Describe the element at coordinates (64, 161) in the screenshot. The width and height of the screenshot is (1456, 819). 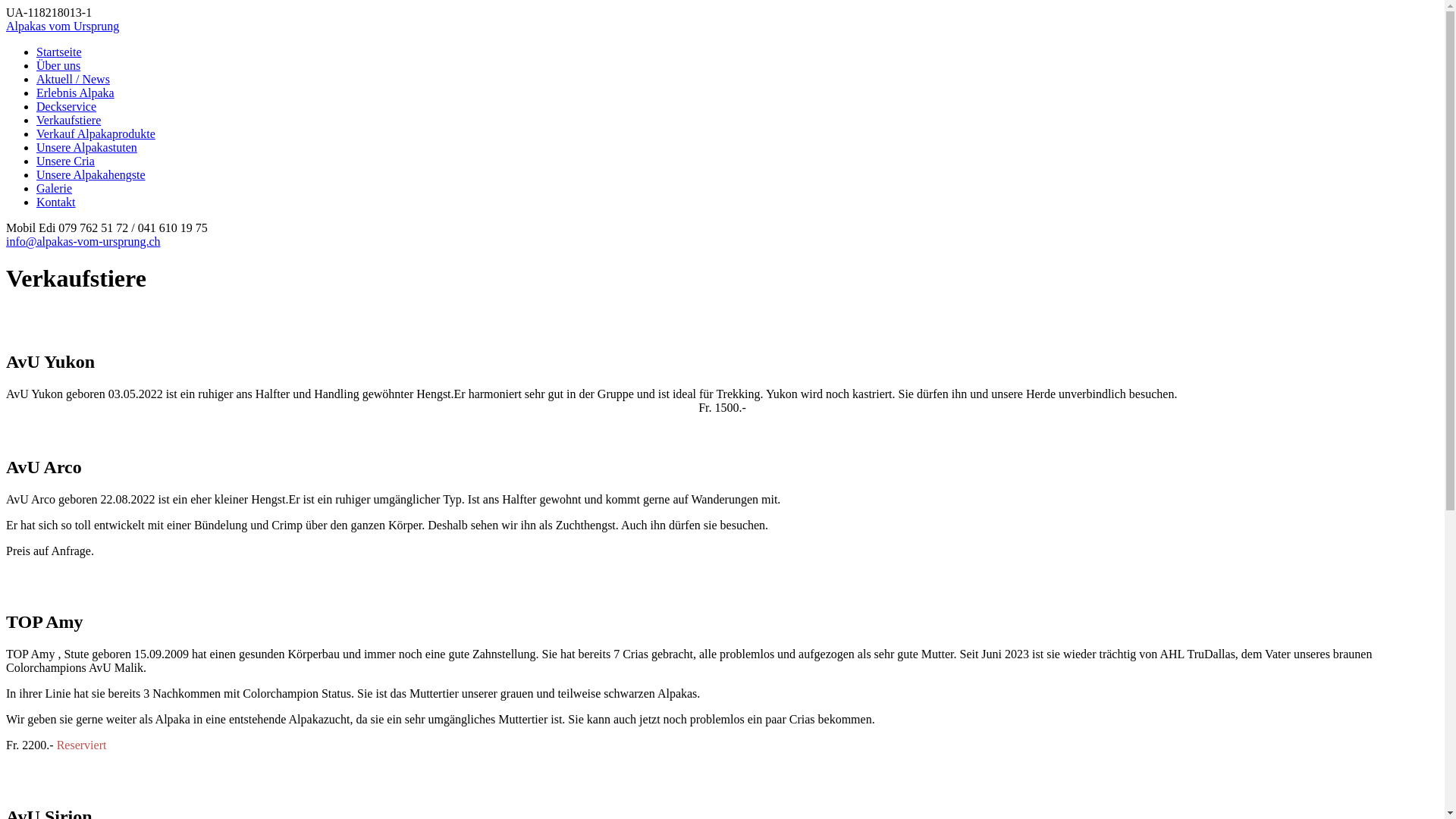
I see `'Unsere Cria'` at that location.